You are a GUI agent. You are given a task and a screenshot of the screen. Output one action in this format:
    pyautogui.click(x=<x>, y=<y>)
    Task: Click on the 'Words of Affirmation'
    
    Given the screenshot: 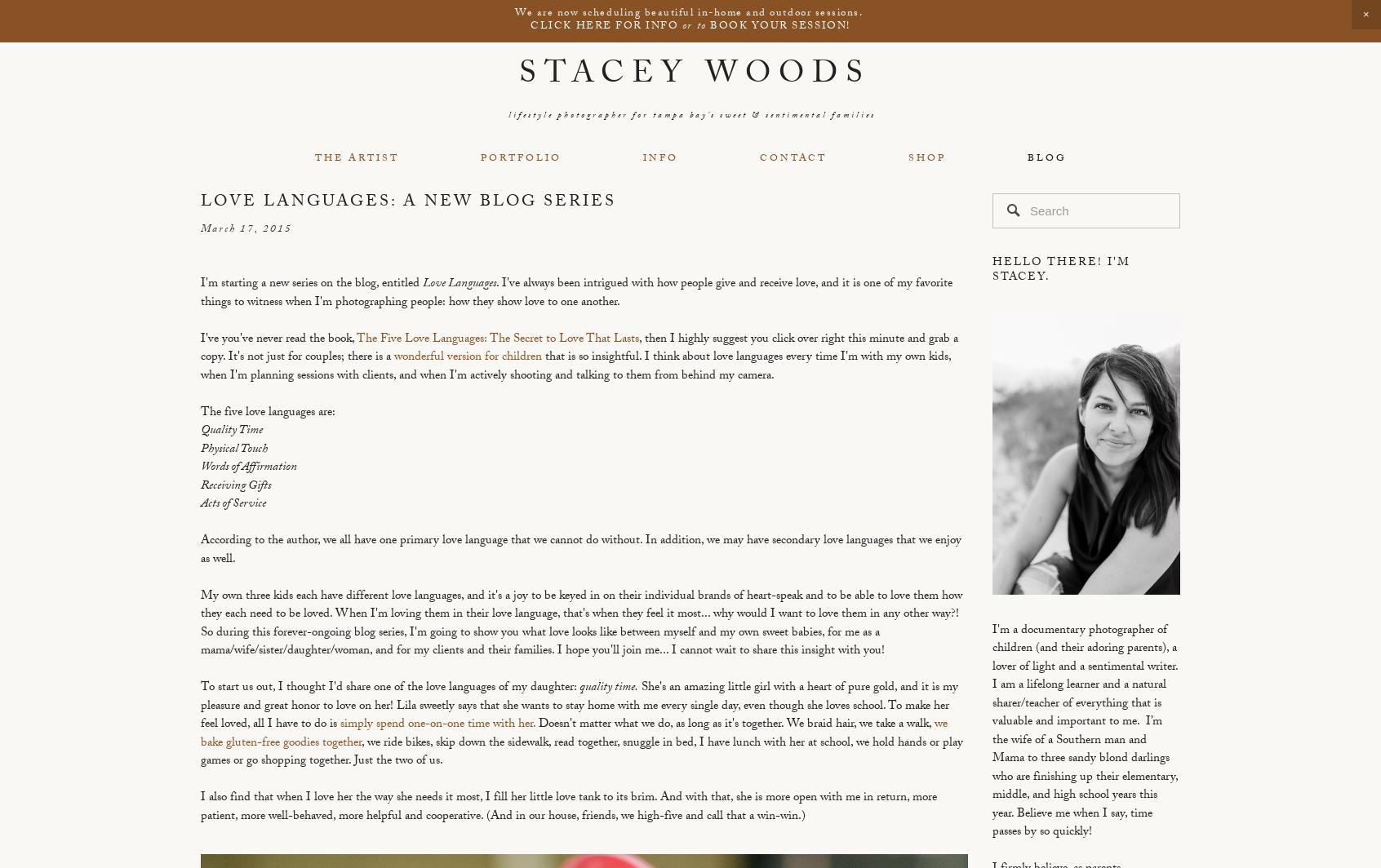 What is the action you would take?
    pyautogui.click(x=248, y=468)
    